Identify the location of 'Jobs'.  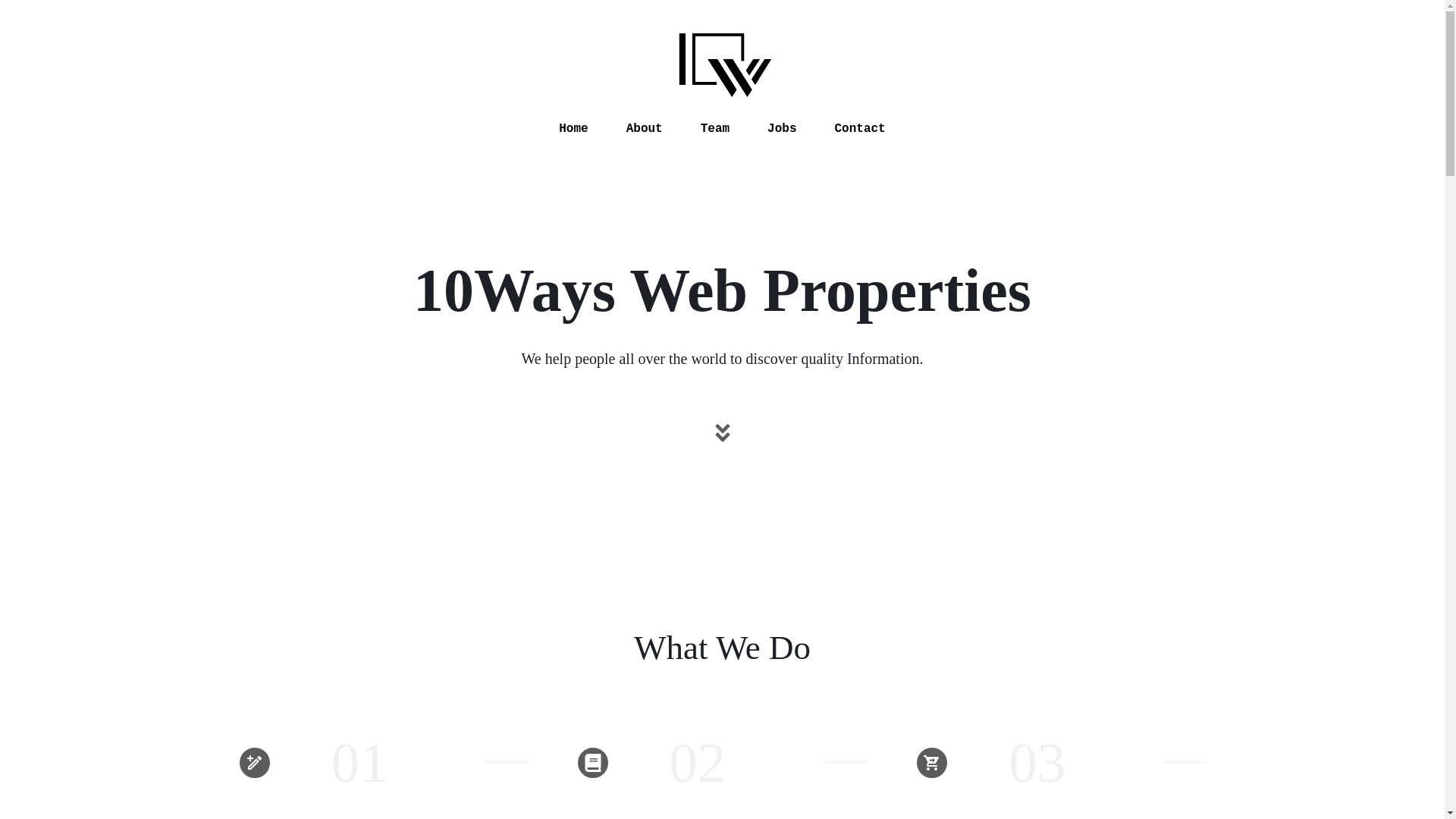
(782, 127).